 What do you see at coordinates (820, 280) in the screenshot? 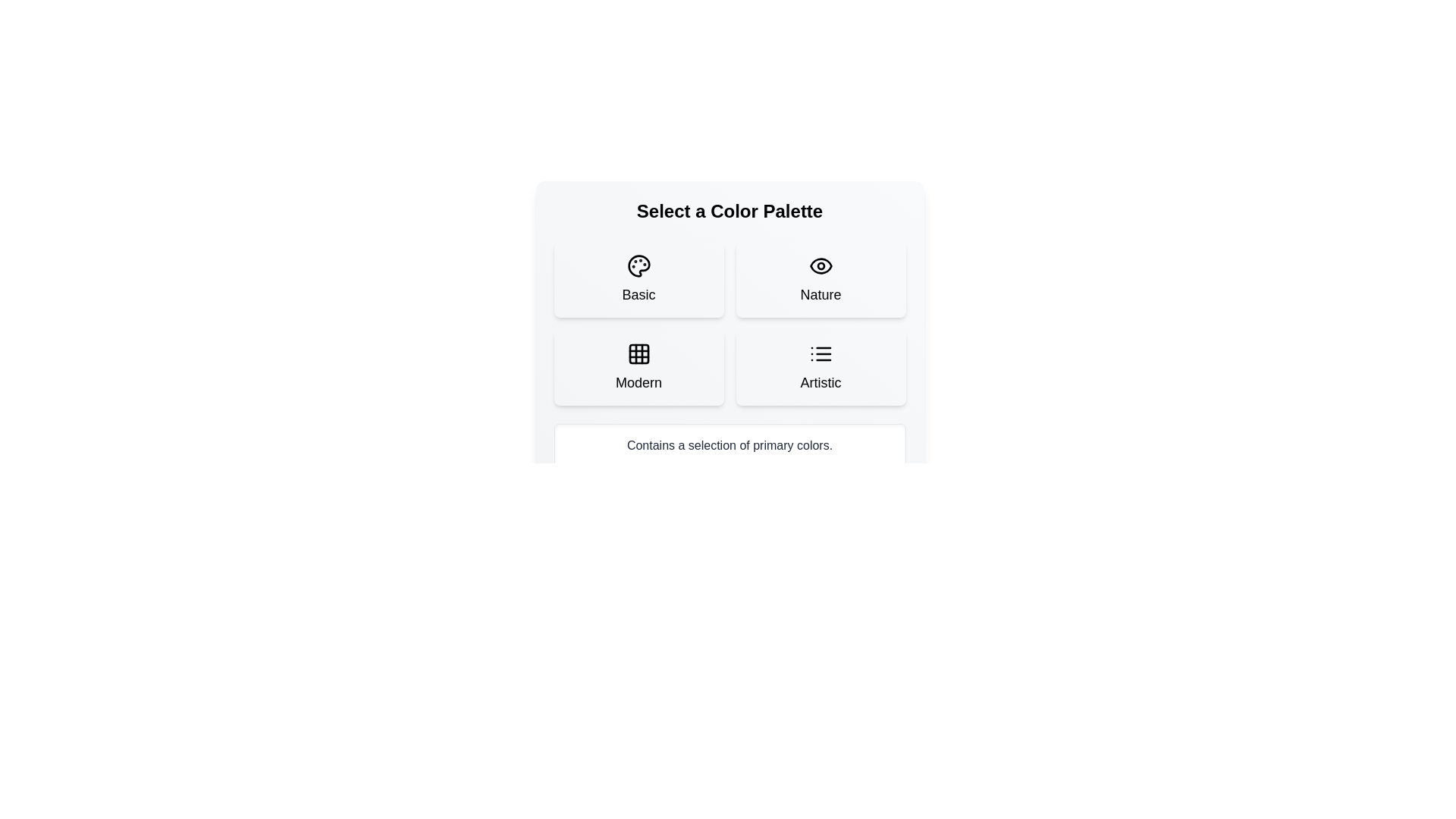
I see `the color palette Nature by clicking on its corresponding button` at bounding box center [820, 280].